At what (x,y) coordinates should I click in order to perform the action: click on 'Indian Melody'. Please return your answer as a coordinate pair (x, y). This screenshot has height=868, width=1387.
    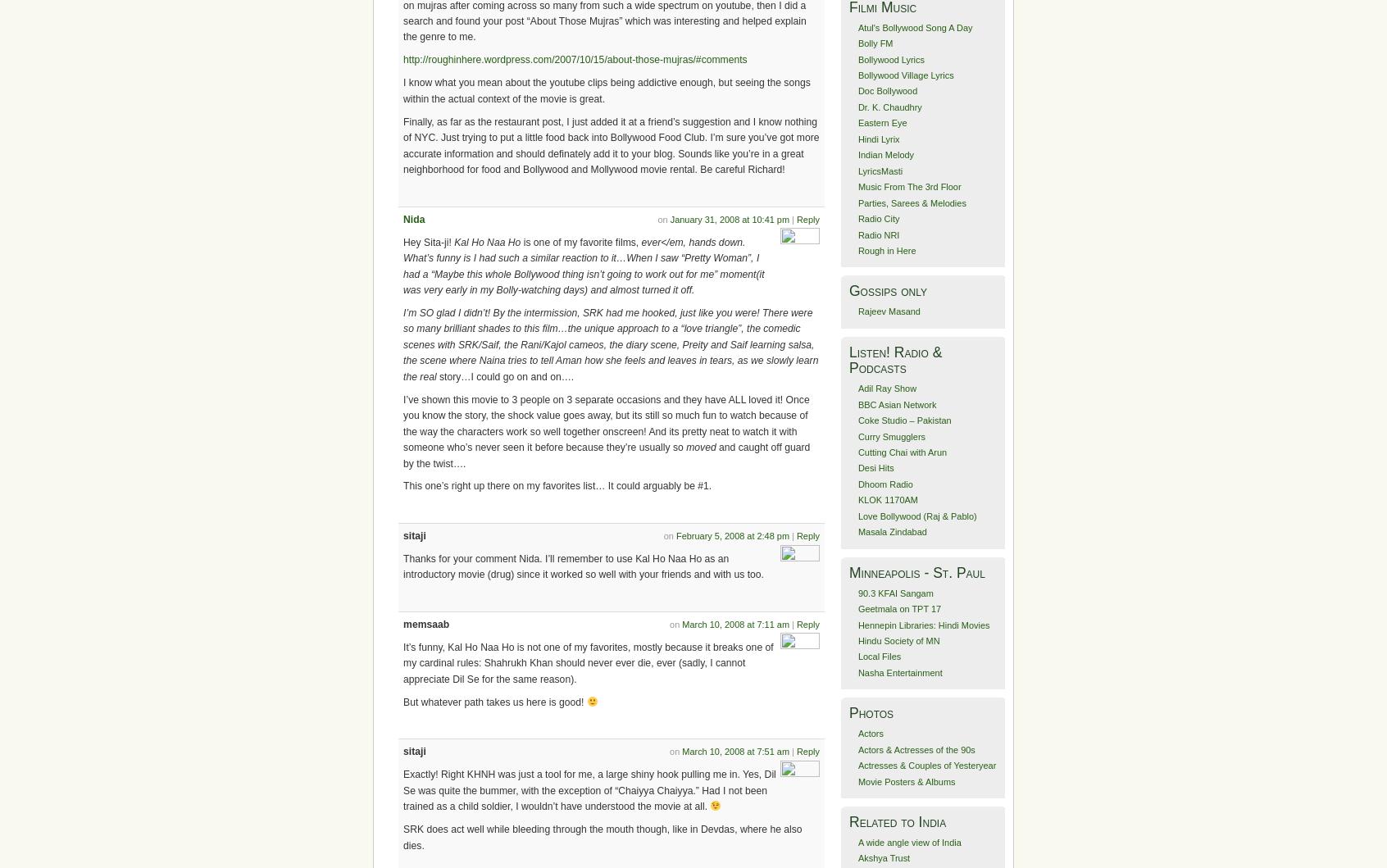
    Looking at the image, I should click on (885, 154).